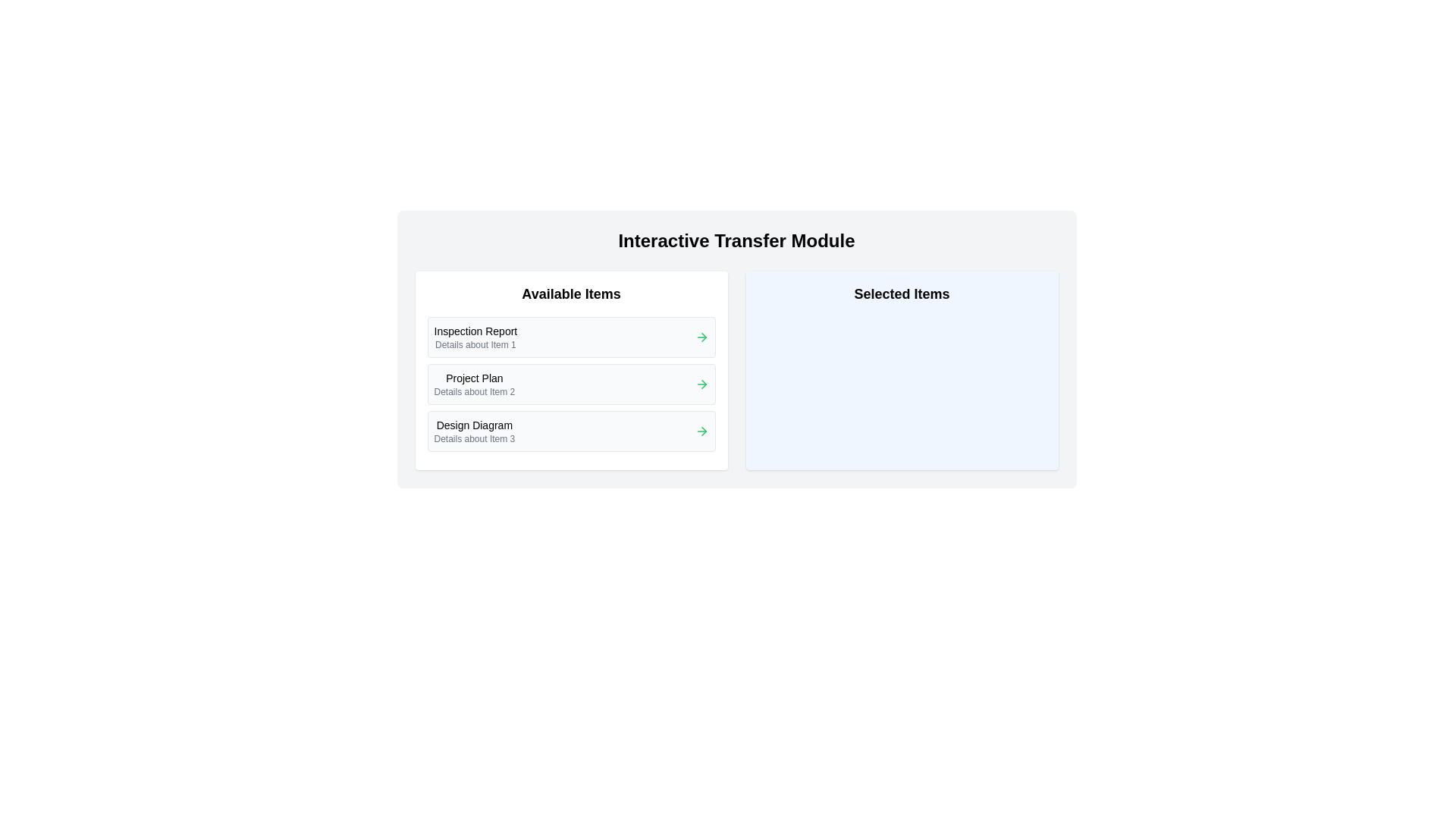 The image size is (1456, 819). What do you see at coordinates (701, 383) in the screenshot?
I see `the button styled as an icon located to the right of the 'Project Plan' entry in the 'Available Items' list` at bounding box center [701, 383].